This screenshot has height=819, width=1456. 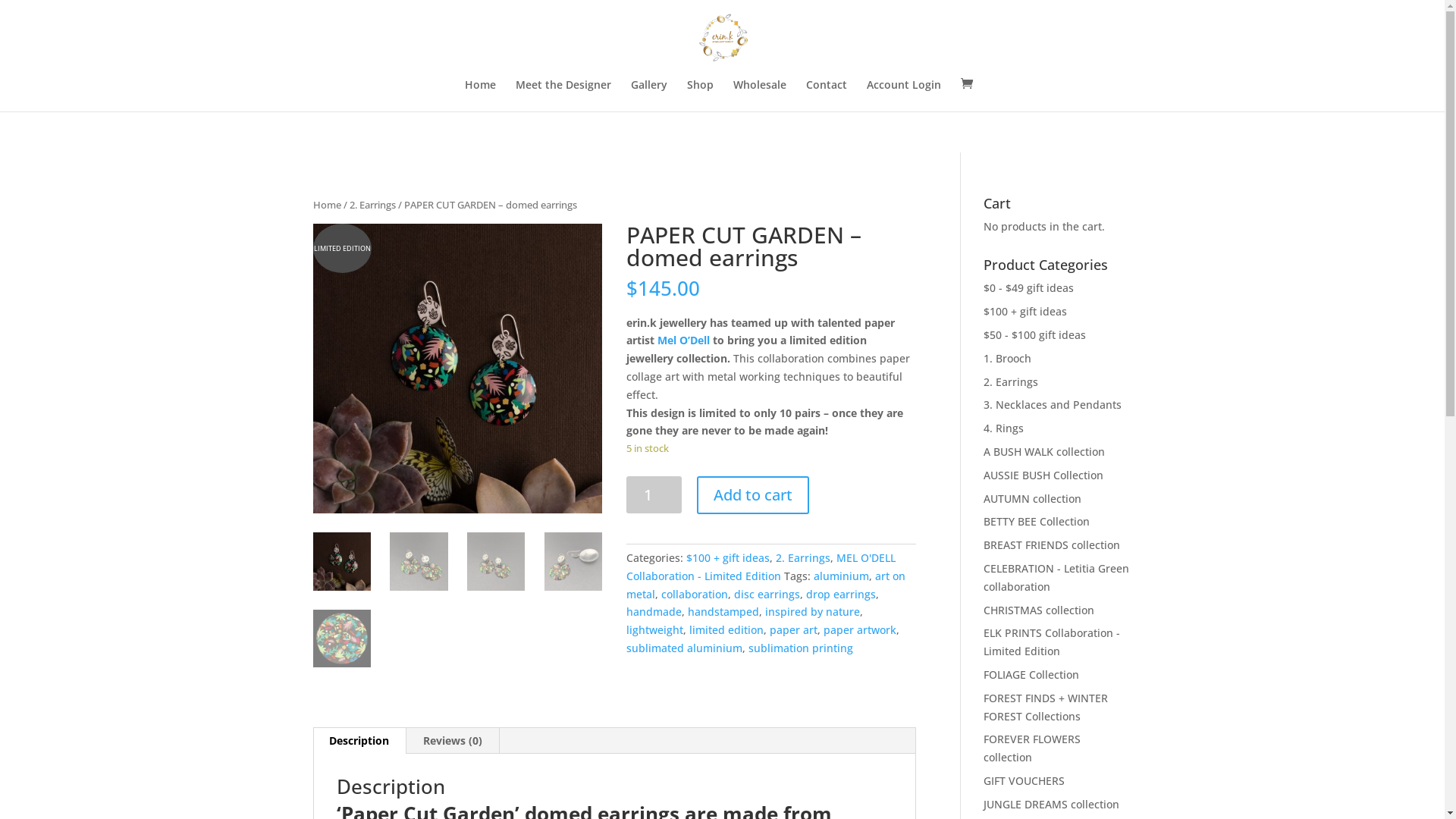 What do you see at coordinates (983, 474) in the screenshot?
I see `'AUSSIE BUSH Collection'` at bounding box center [983, 474].